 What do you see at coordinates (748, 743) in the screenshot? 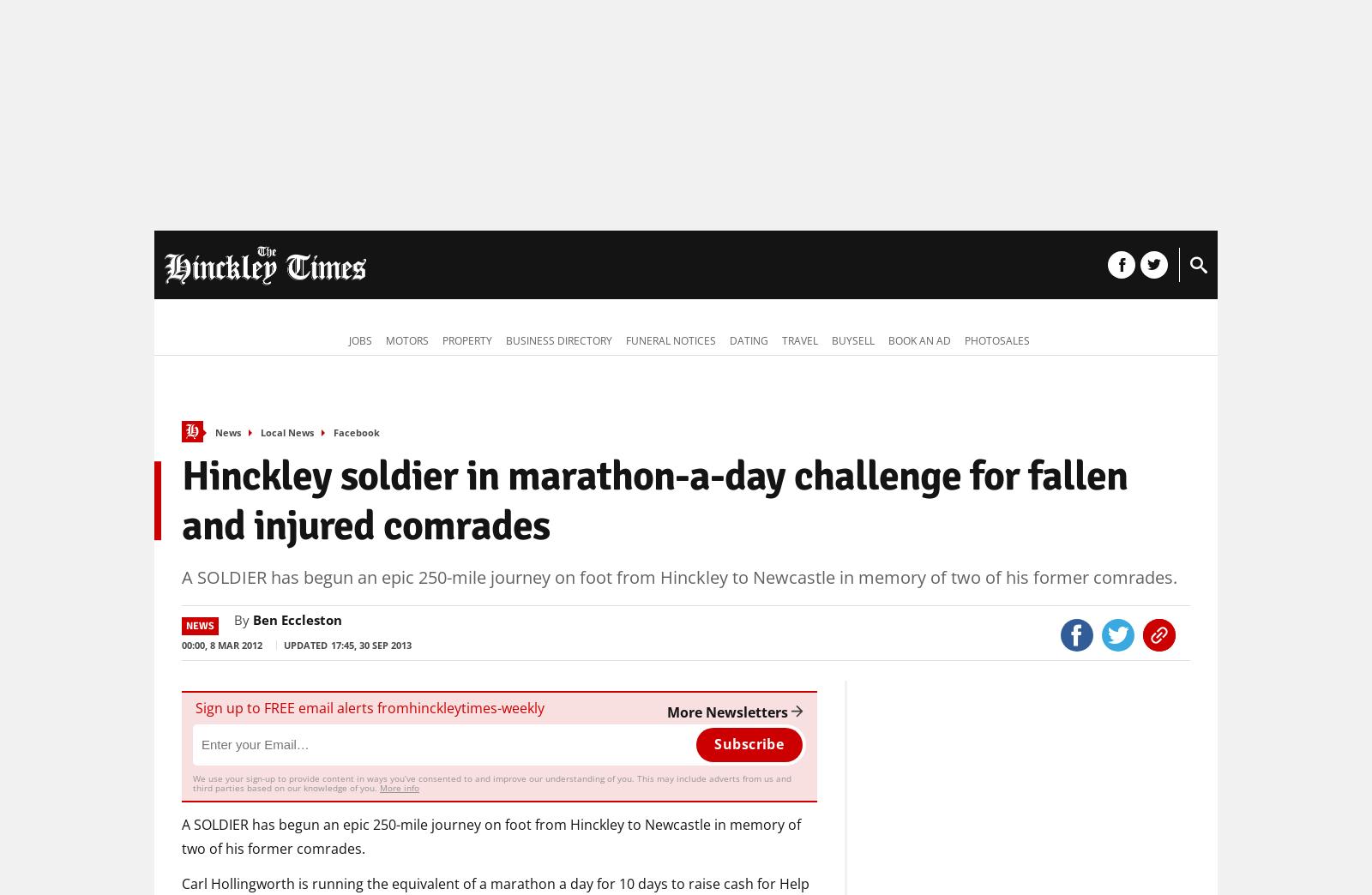
I see `'Subscribe'` at bounding box center [748, 743].